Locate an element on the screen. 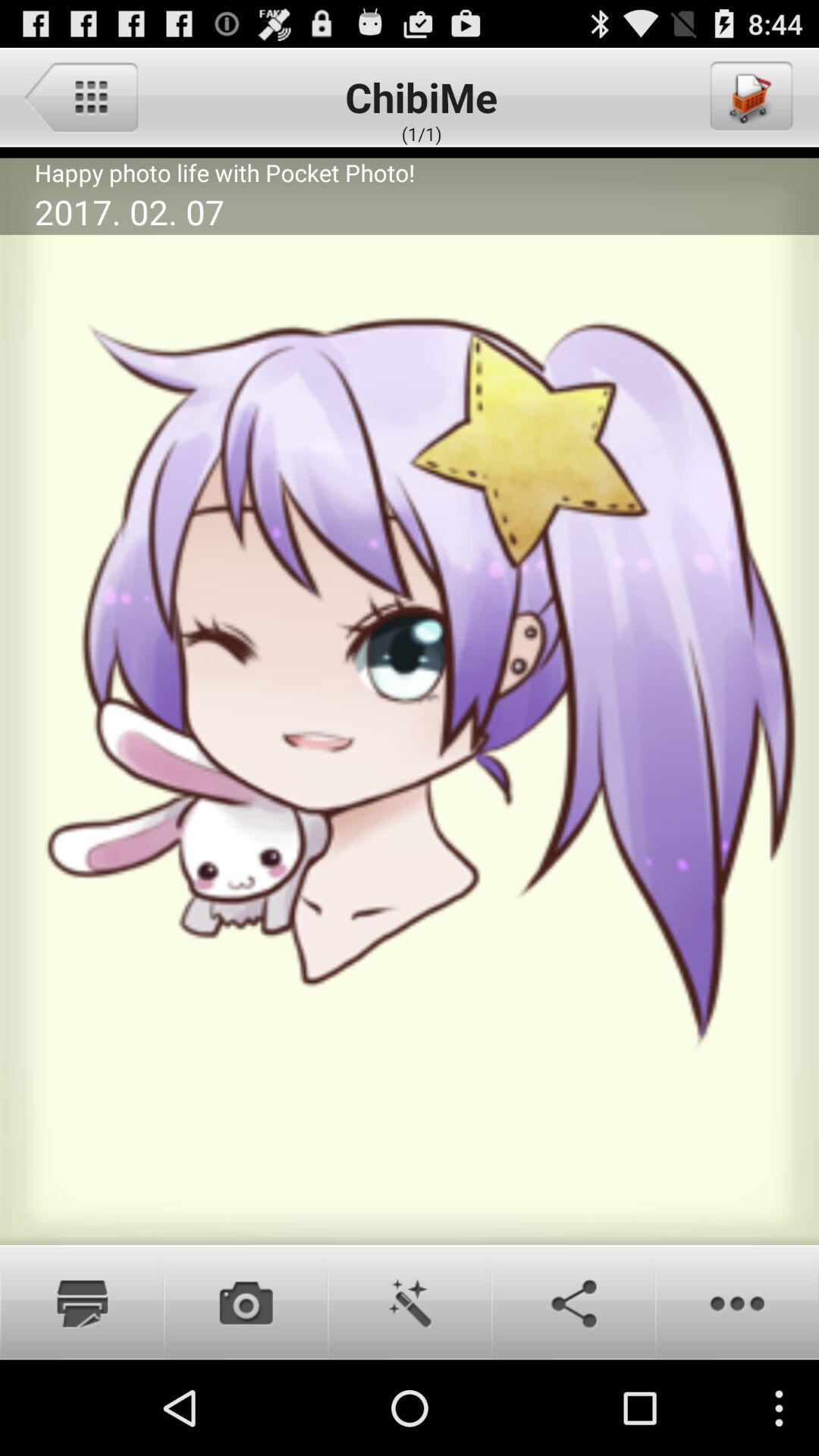  to cart is located at coordinates (749, 96).